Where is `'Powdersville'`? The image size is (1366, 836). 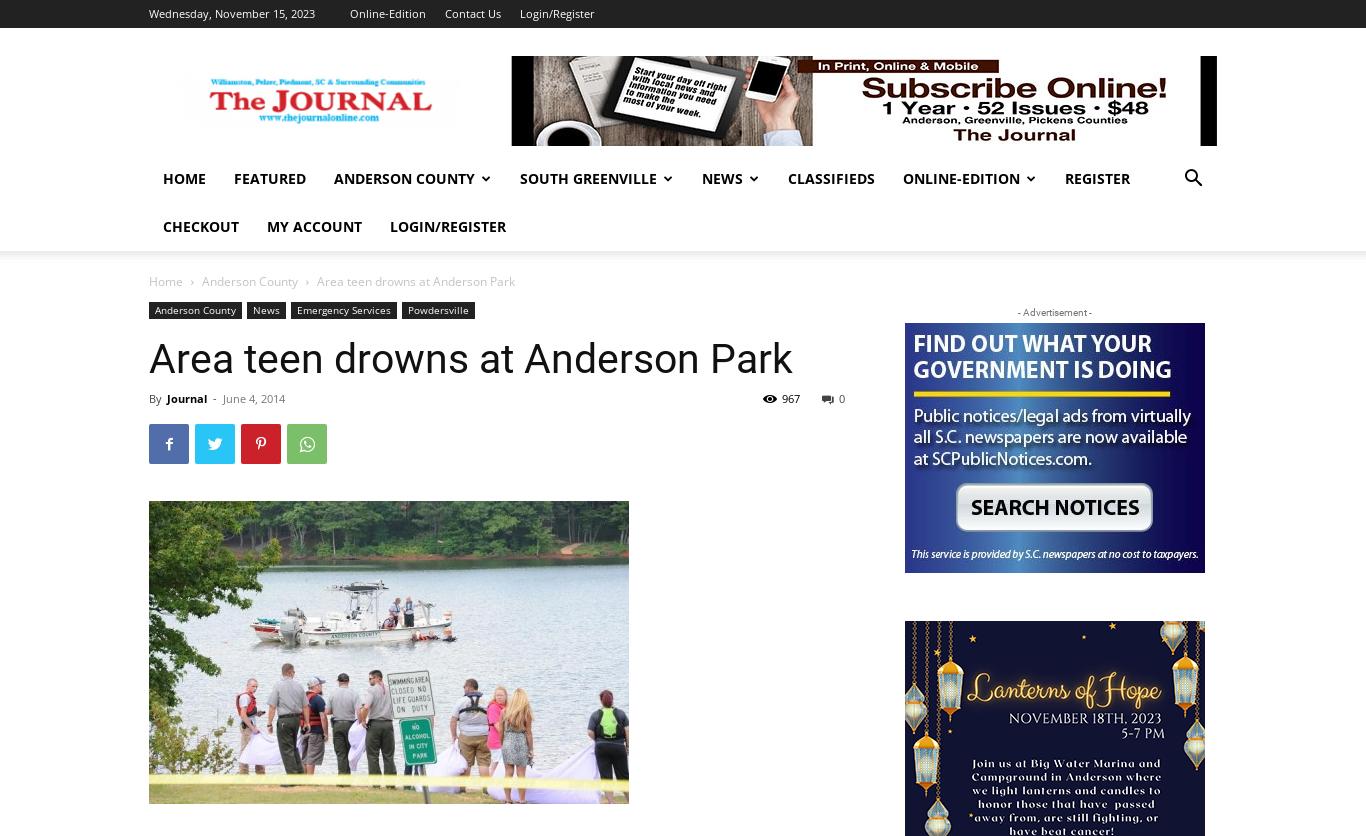 'Powdersville' is located at coordinates (437, 309).